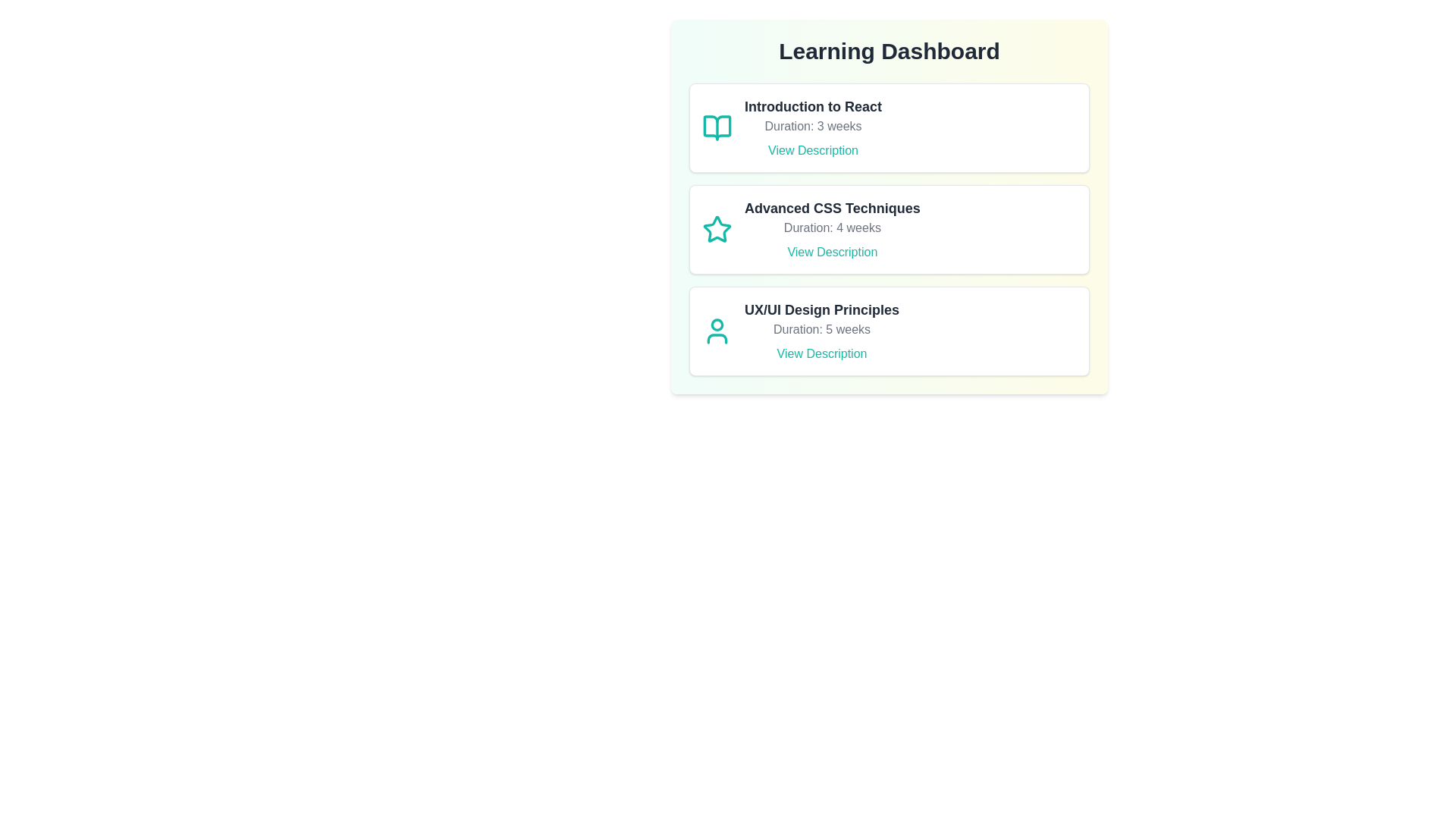 The height and width of the screenshot is (819, 1456). What do you see at coordinates (716, 330) in the screenshot?
I see `the icon of the course UX/UI Design Principles` at bounding box center [716, 330].